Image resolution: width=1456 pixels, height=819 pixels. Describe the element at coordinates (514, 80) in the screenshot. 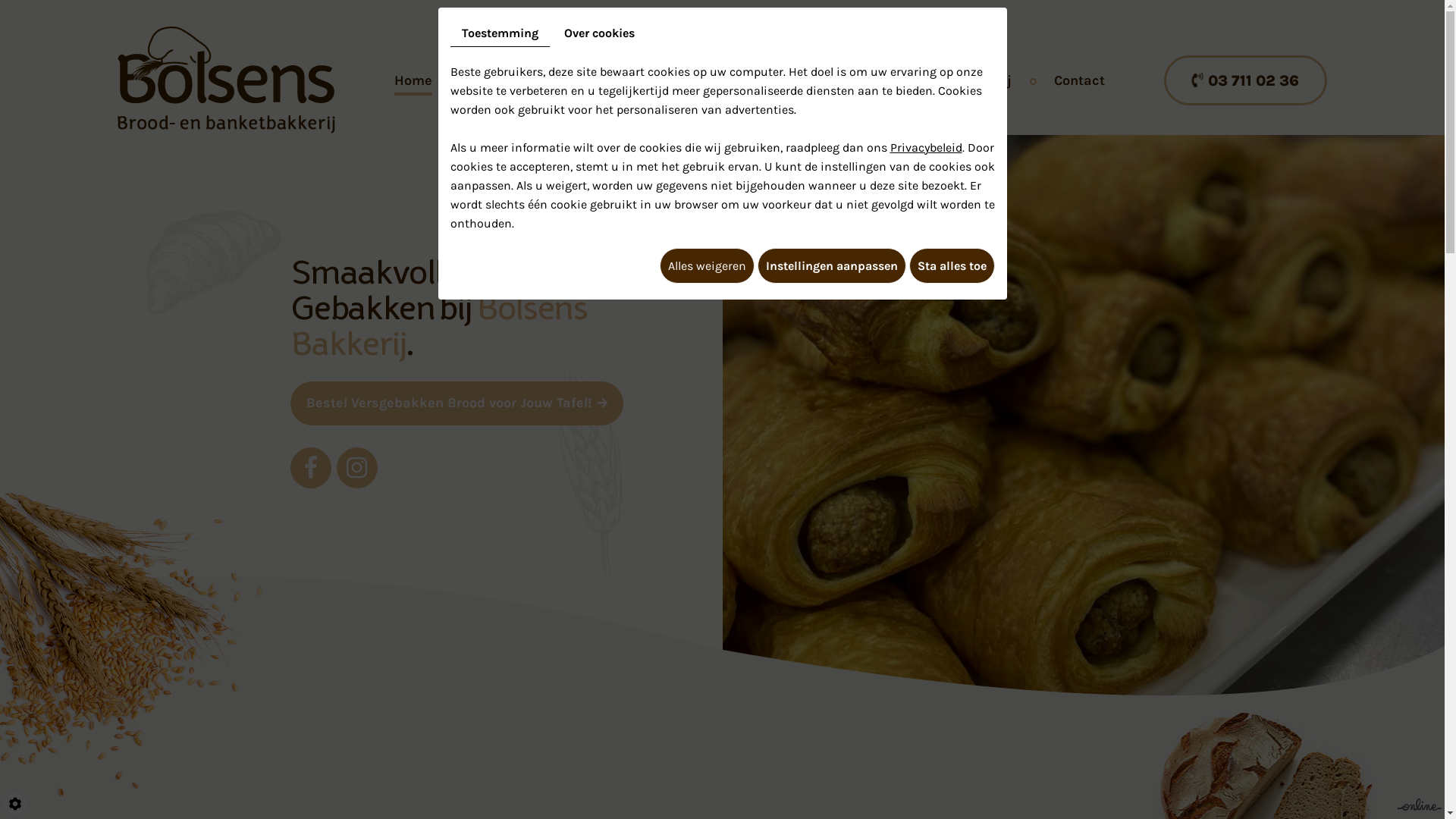

I see `'Assortiment'` at that location.